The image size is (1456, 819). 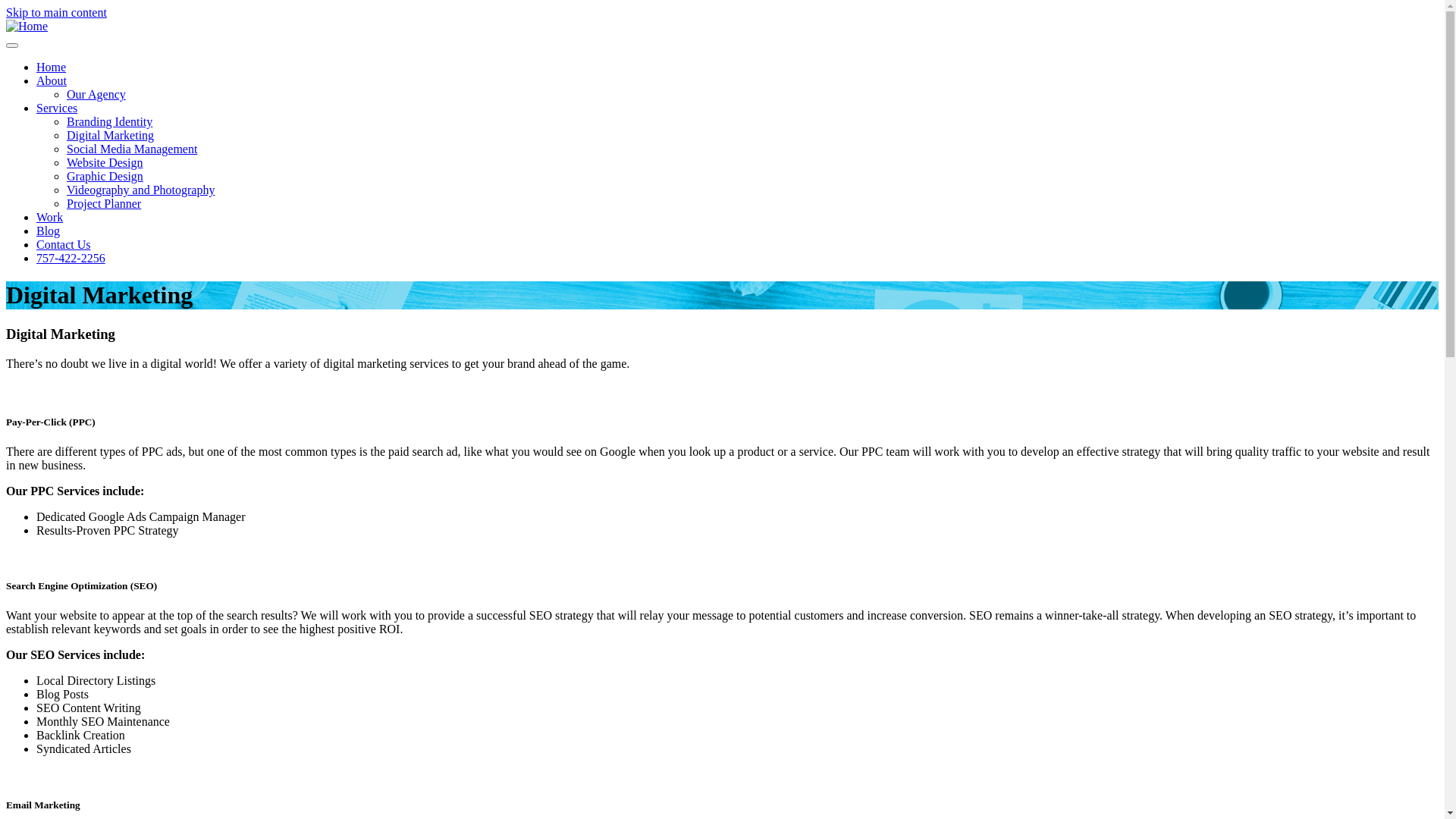 I want to click on 'Branding Identity', so click(x=108, y=121).